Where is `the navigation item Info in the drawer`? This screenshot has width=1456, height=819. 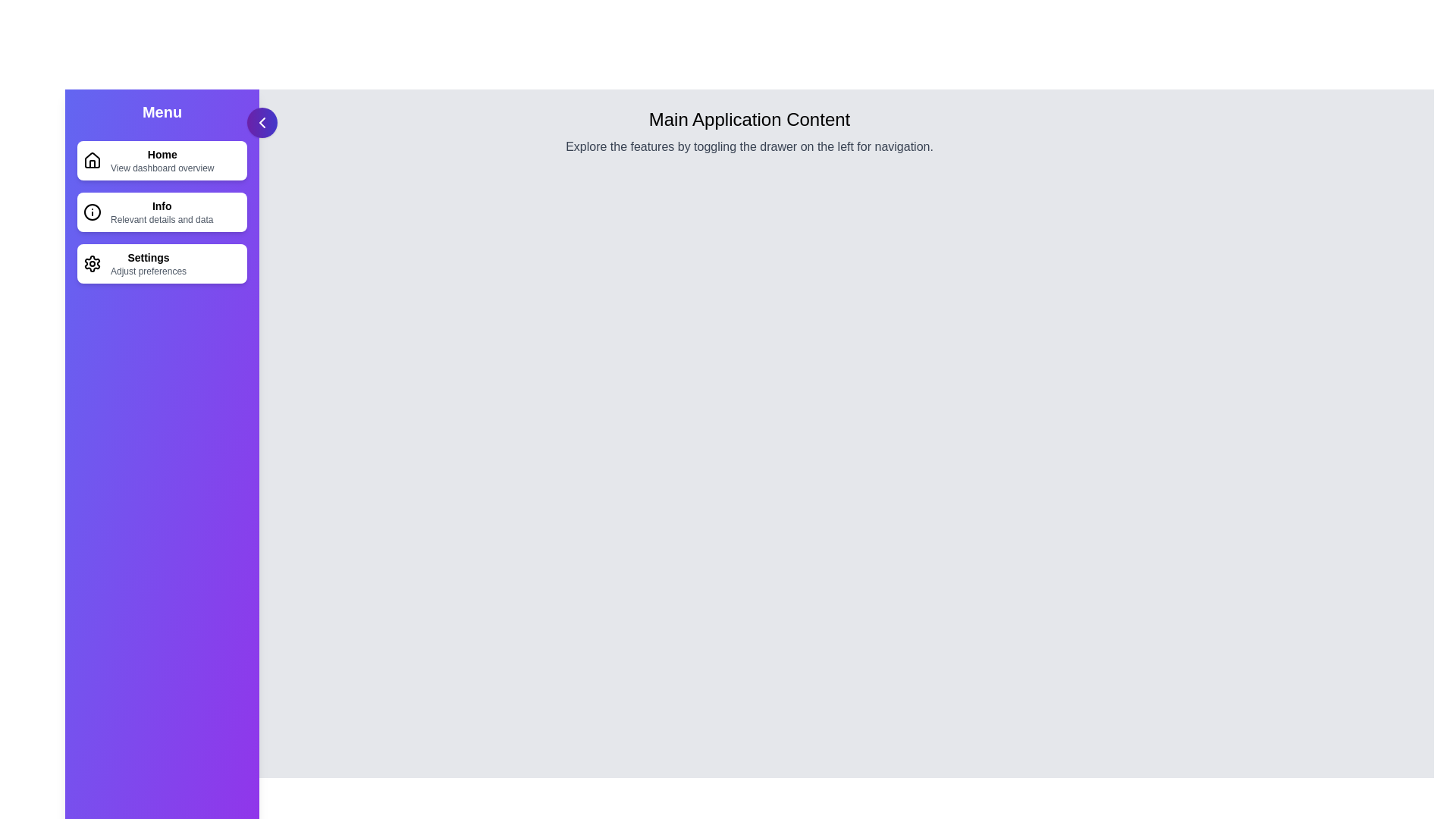
the navigation item Info in the drawer is located at coordinates (162, 212).